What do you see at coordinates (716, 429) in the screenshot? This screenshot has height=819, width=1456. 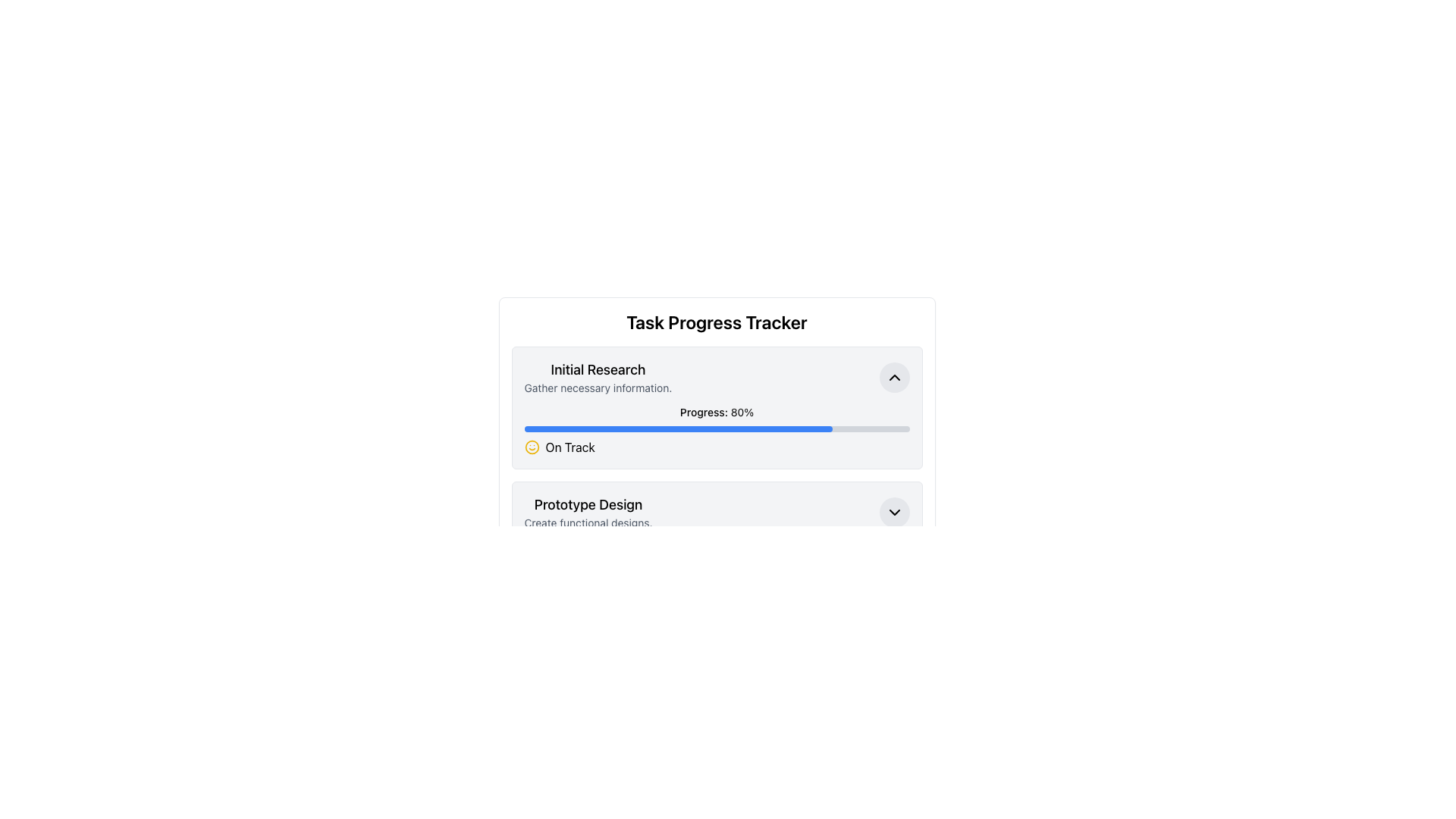 I see `the progress bar that visually represents 80% task completion, located below the label 'Progress: 80%' and above the text 'On Track'` at bounding box center [716, 429].